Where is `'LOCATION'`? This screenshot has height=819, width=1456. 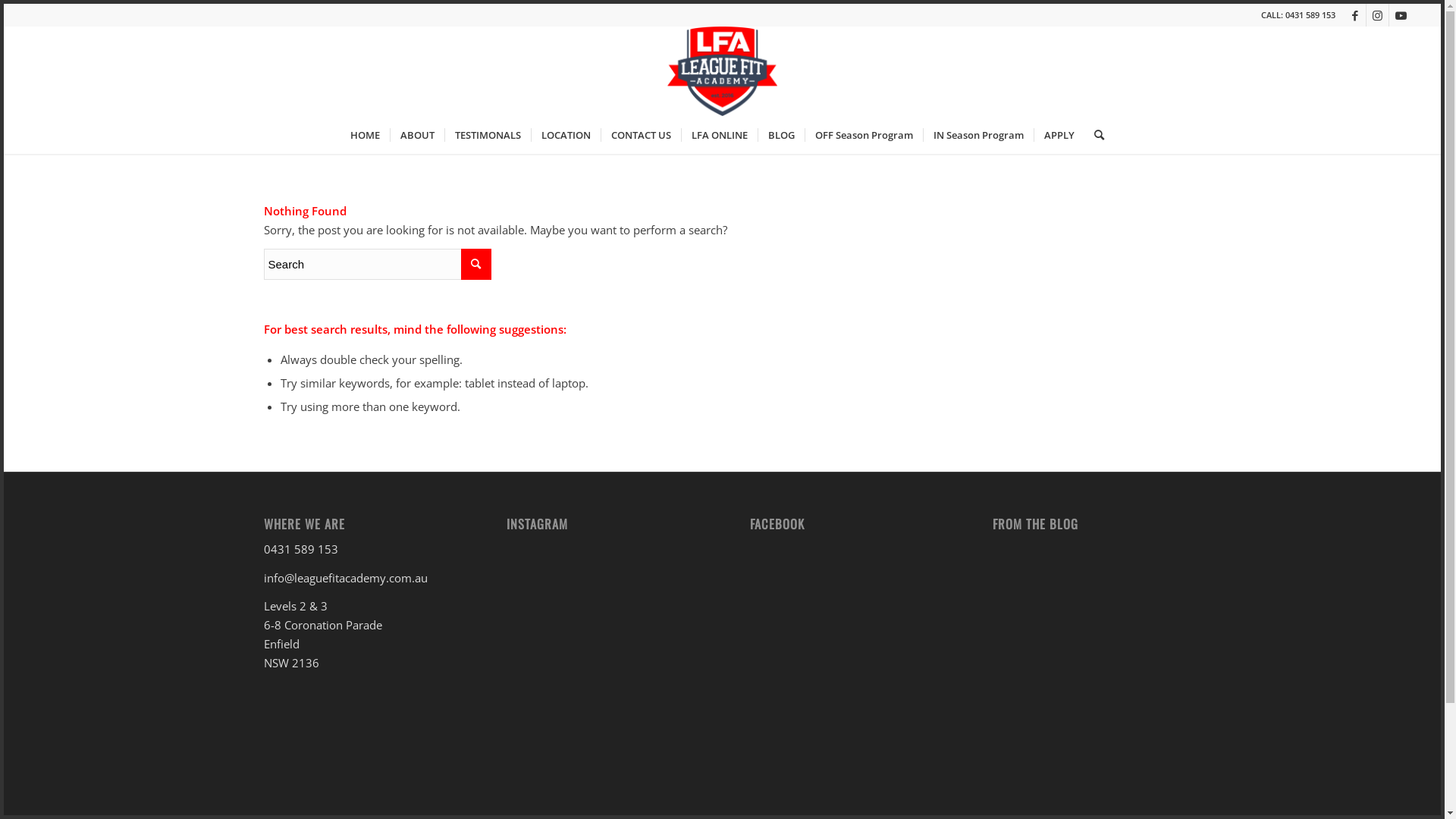
'LOCATION' is located at coordinates (564, 133).